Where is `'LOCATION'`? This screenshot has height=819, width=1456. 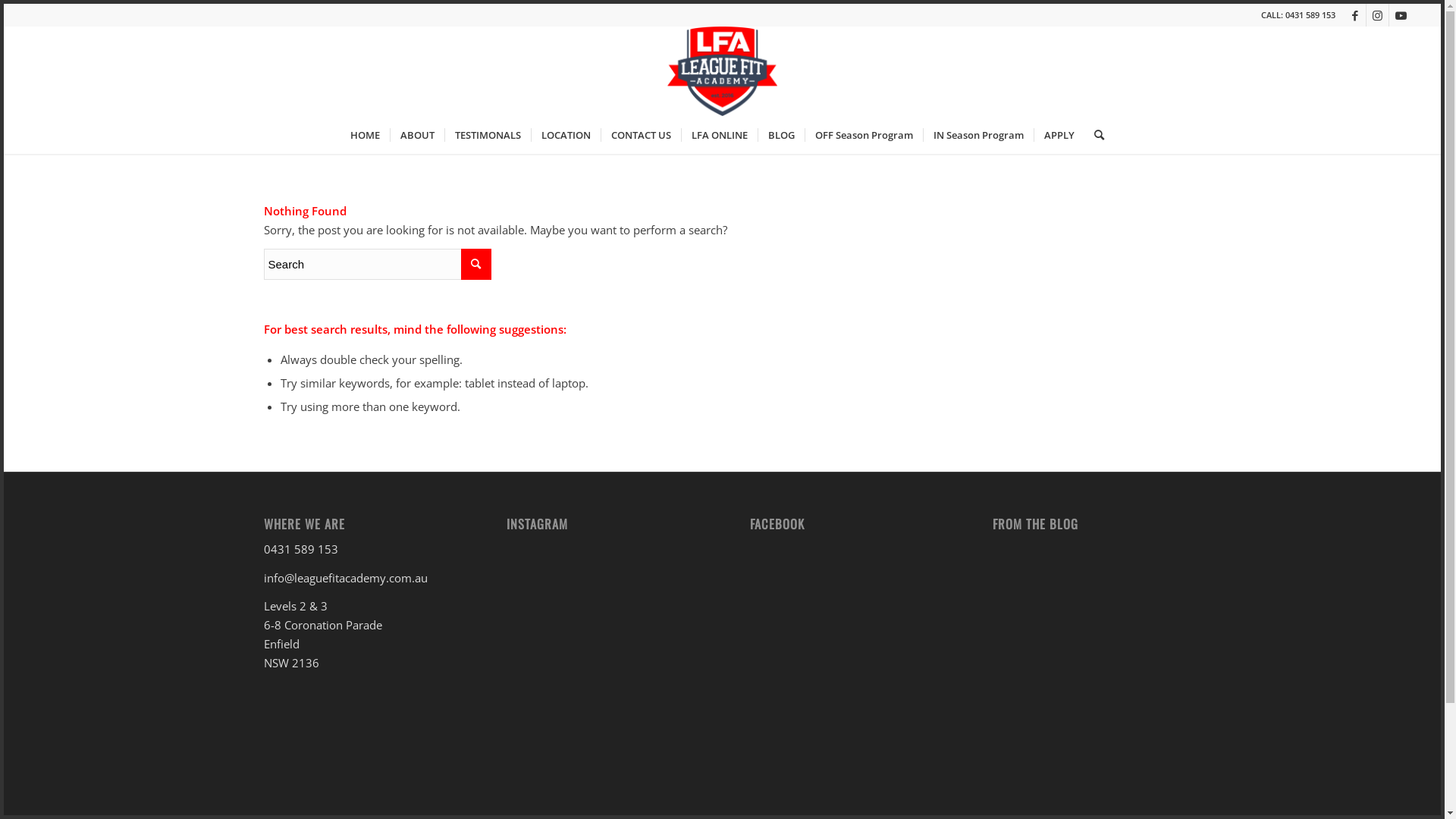
'LOCATION' is located at coordinates (564, 133).